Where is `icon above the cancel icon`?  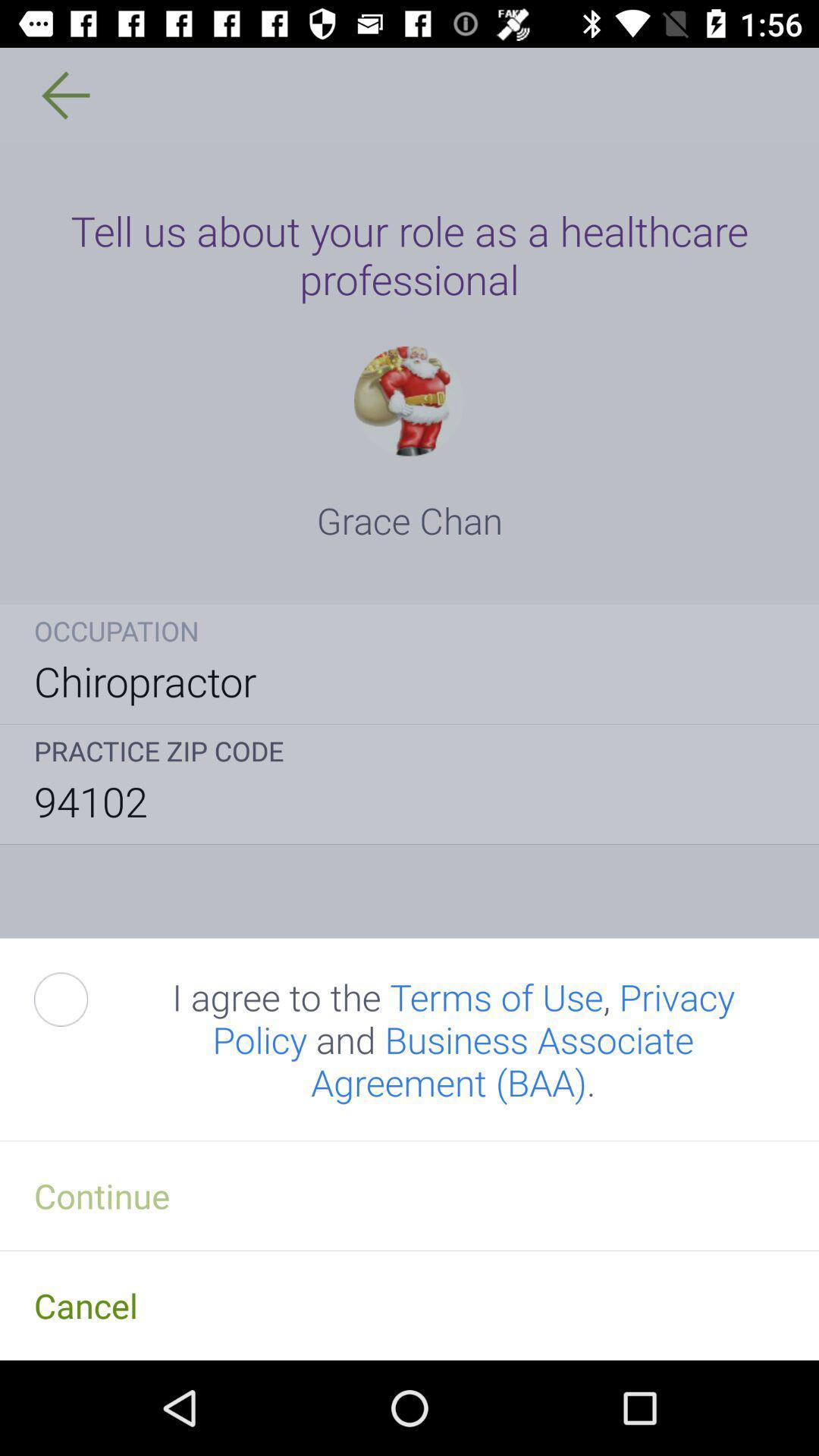
icon above the cancel icon is located at coordinates (409, 1194).